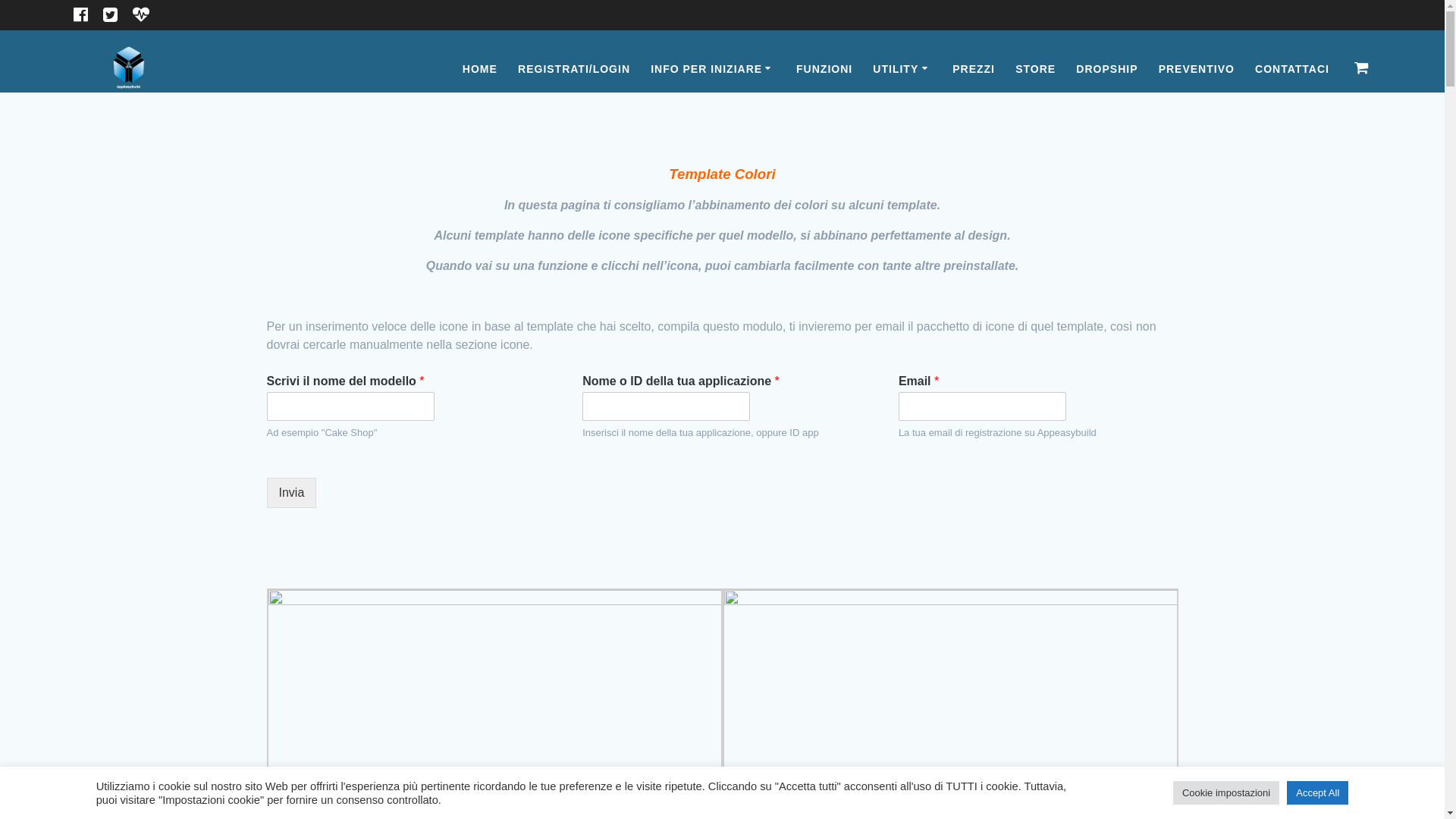 The image size is (1456, 819). I want to click on 'INFO PER INIZIARE', so click(712, 69).